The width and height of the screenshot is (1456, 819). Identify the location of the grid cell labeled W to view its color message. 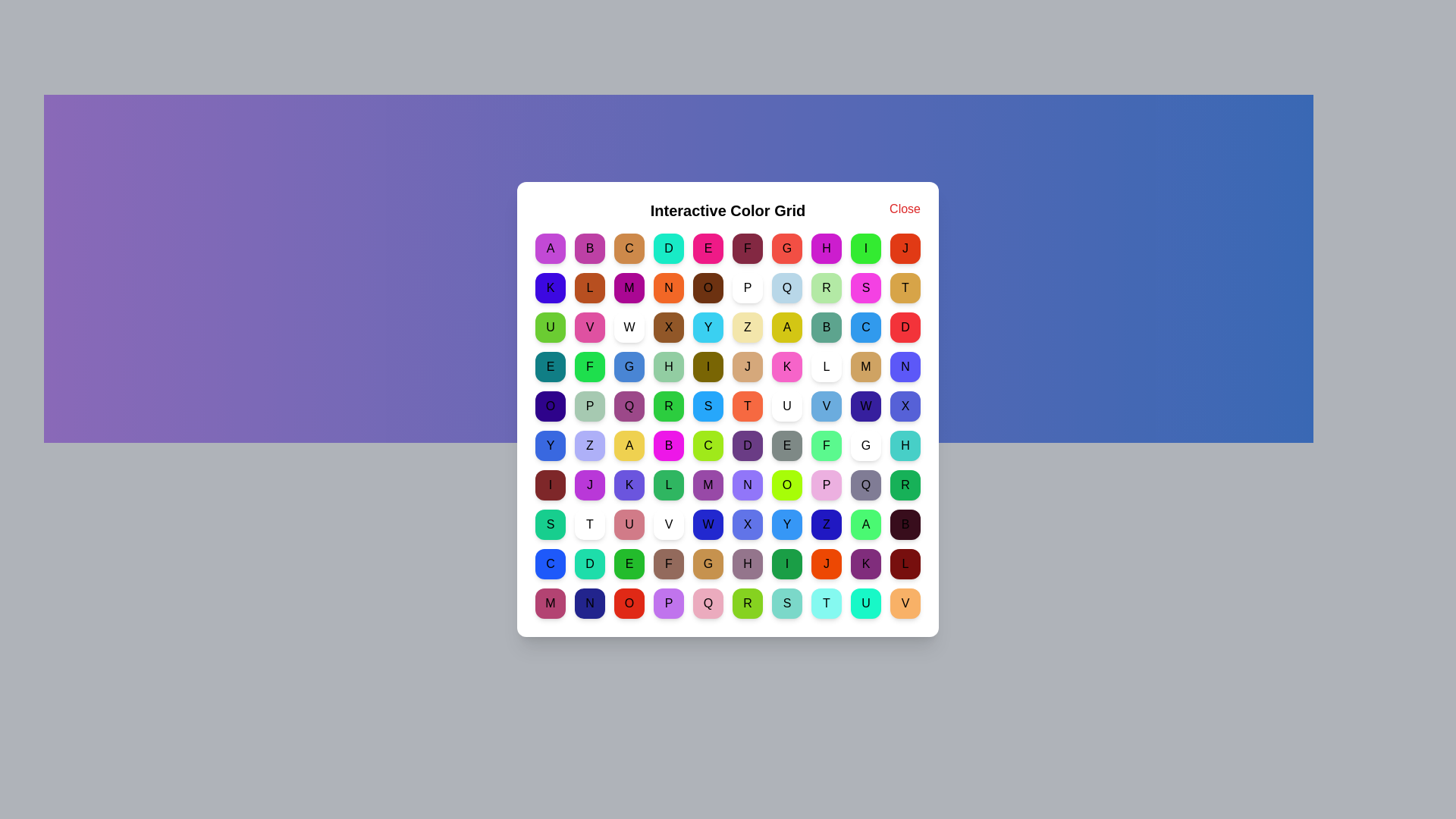
(629, 327).